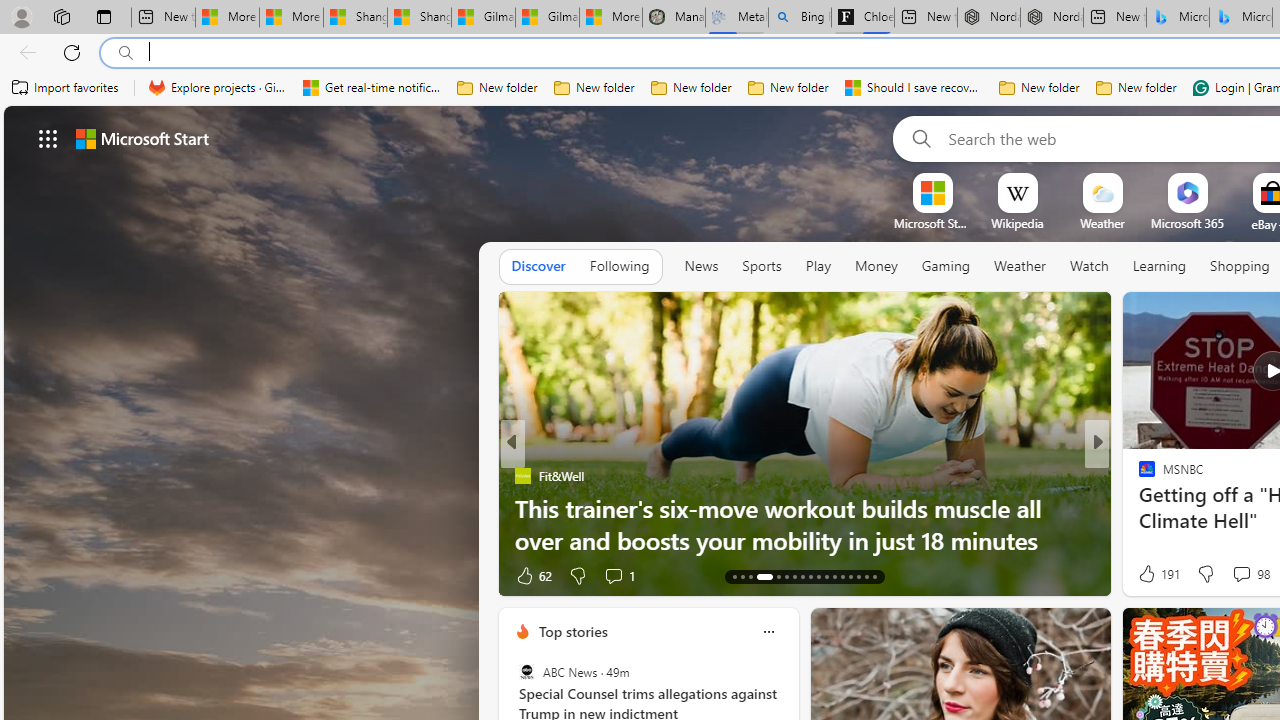 This screenshot has height=720, width=1280. Describe the element at coordinates (850, 577) in the screenshot. I see `'AutomationID: tab-26'` at that location.